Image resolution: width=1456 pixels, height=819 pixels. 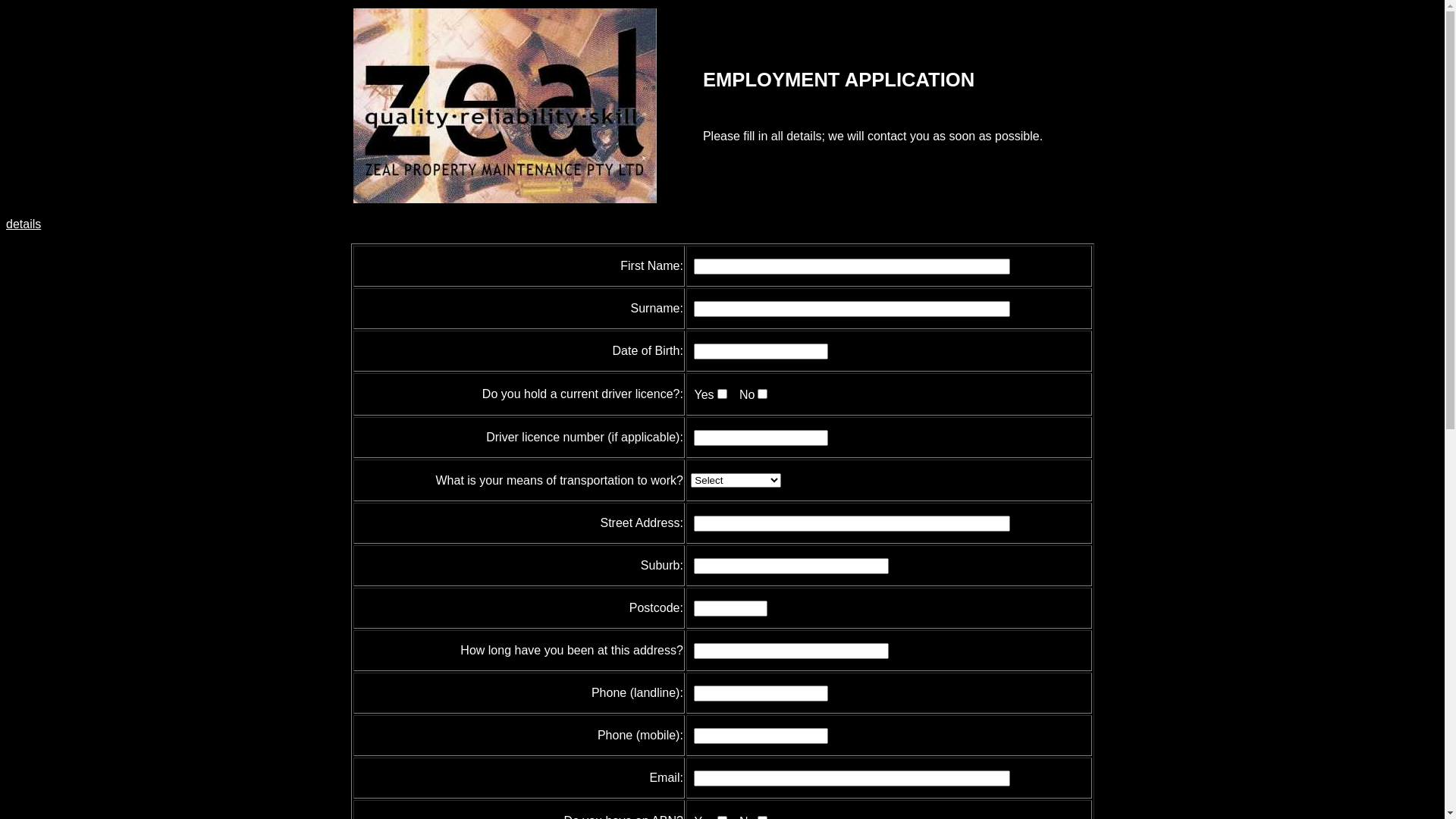 What do you see at coordinates (23, 224) in the screenshot?
I see `'details'` at bounding box center [23, 224].